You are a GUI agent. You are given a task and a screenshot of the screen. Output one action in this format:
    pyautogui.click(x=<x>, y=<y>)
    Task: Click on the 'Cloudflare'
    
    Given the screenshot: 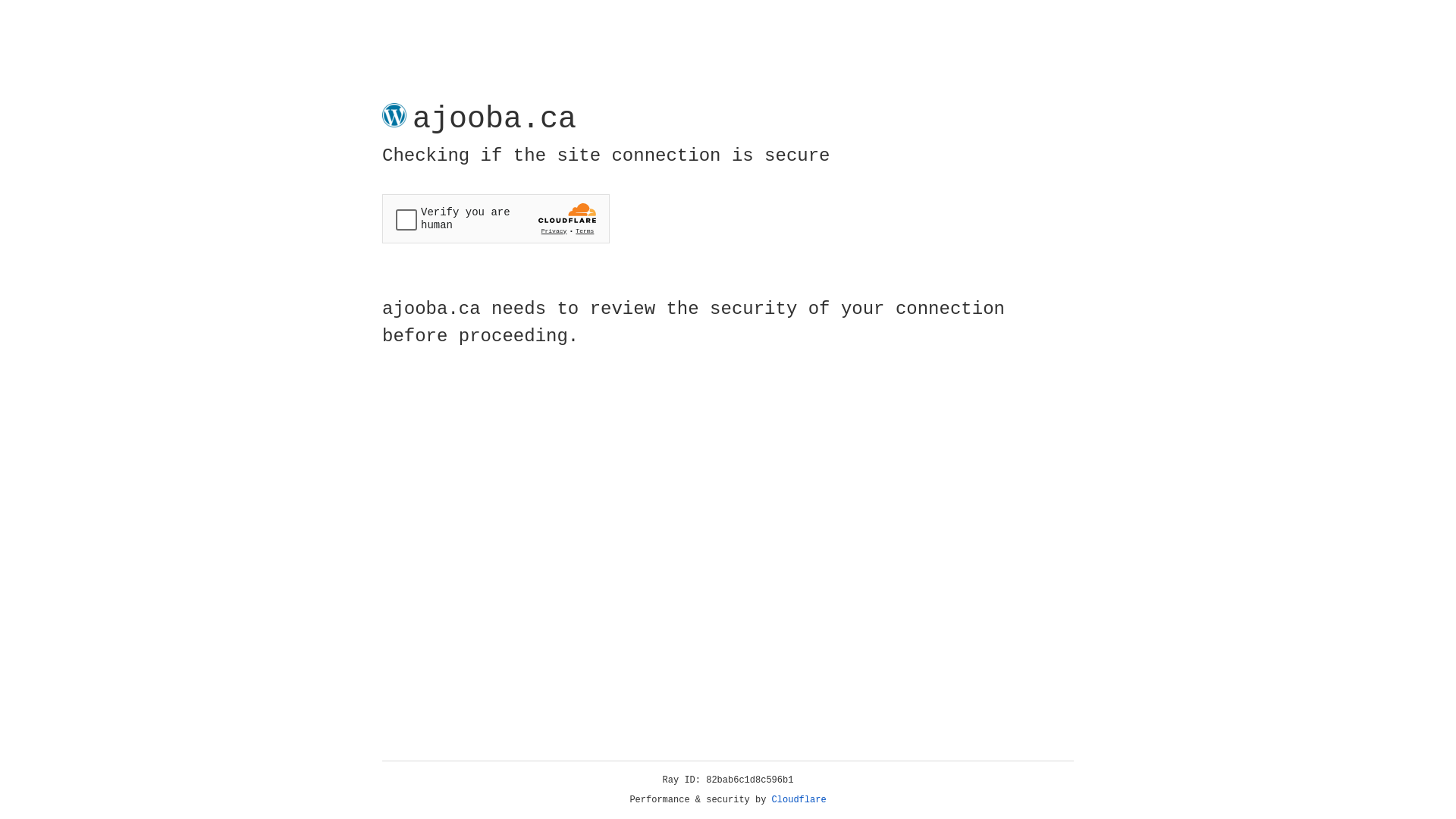 What is the action you would take?
    pyautogui.click(x=799, y=799)
    